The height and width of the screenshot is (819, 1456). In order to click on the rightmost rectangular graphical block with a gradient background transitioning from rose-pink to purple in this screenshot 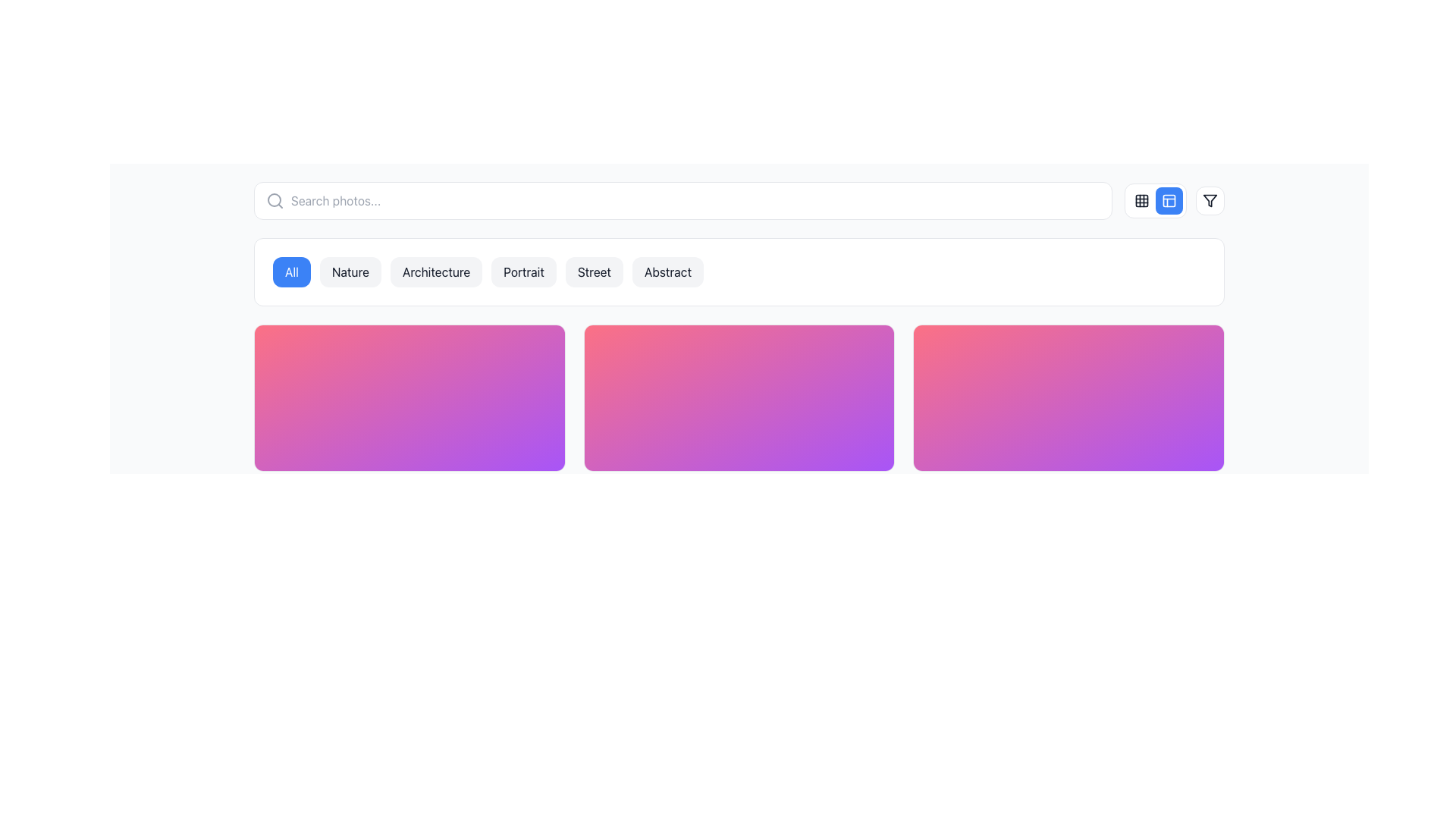, I will do `click(1068, 397)`.